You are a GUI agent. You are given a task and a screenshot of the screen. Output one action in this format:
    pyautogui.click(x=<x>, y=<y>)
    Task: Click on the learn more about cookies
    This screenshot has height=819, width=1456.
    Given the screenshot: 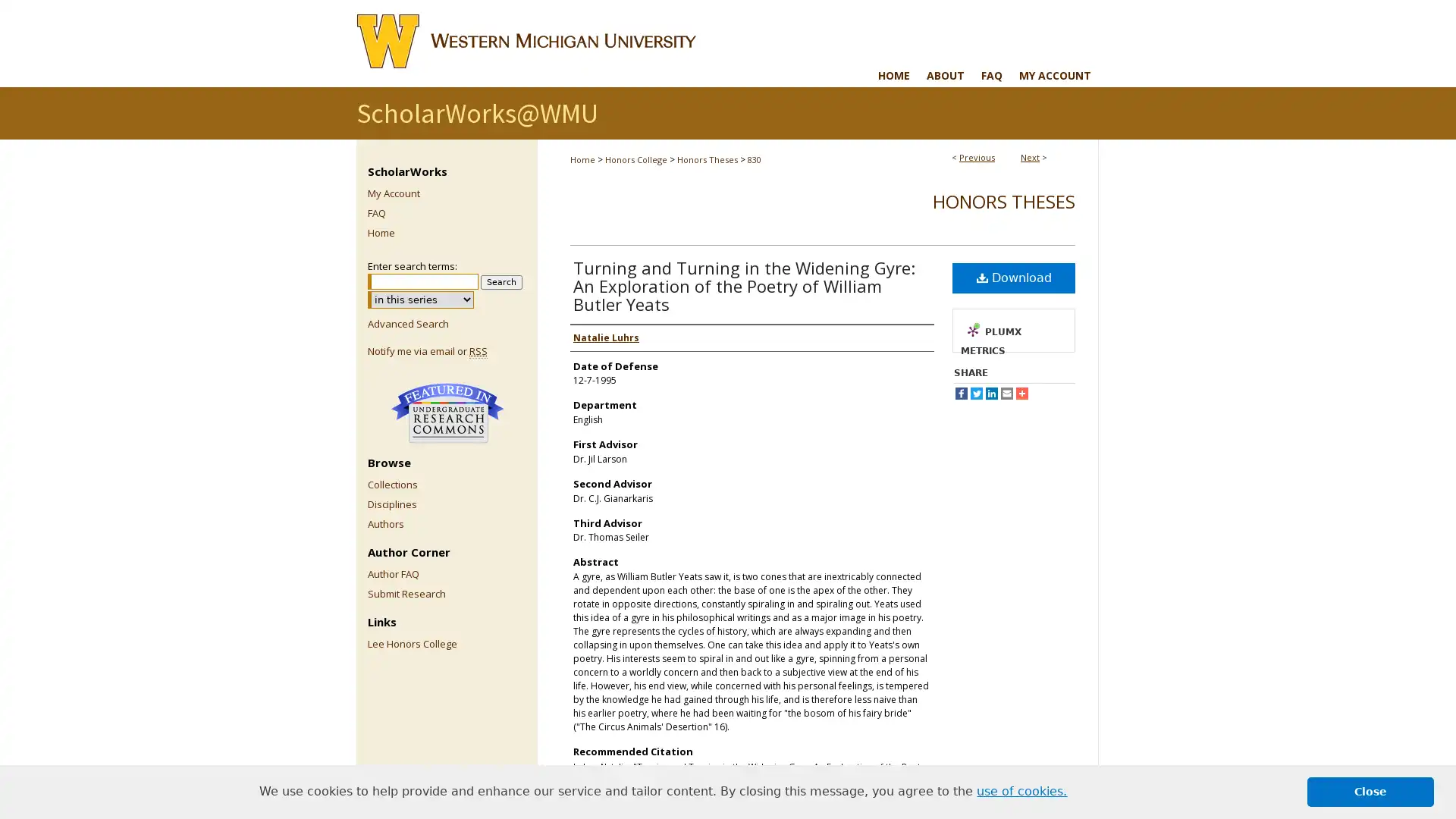 What is the action you would take?
    pyautogui.click(x=1021, y=791)
    